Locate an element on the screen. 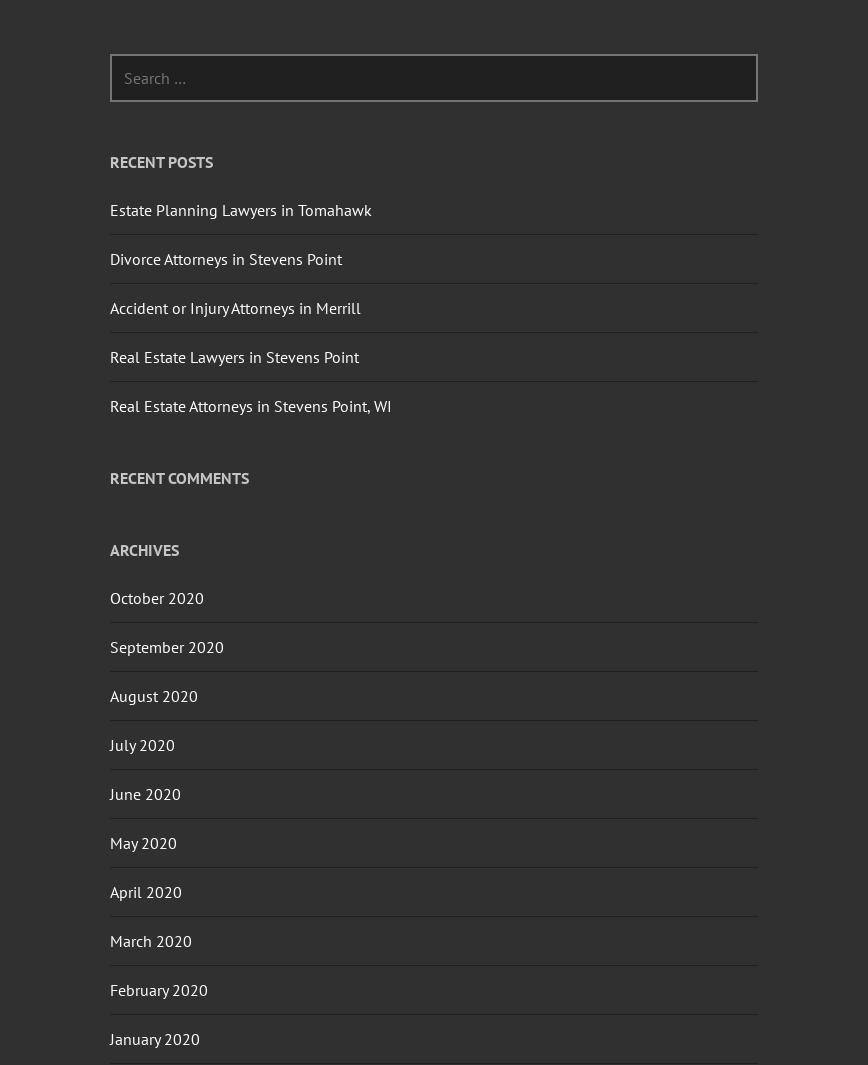 This screenshot has width=868, height=1065. 'August 2020' is located at coordinates (153, 695).